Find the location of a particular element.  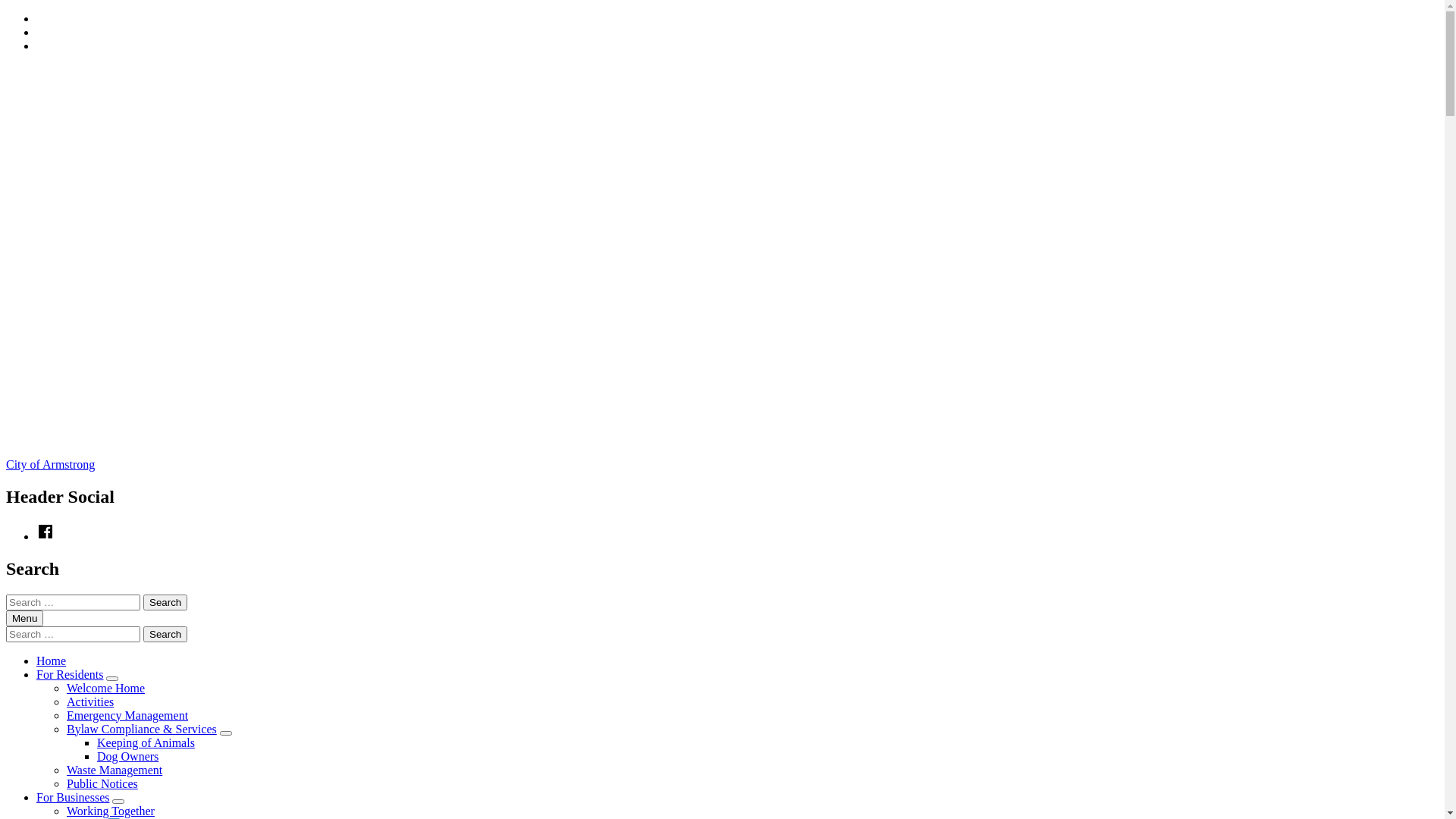

'For Businesses' is located at coordinates (72, 796).